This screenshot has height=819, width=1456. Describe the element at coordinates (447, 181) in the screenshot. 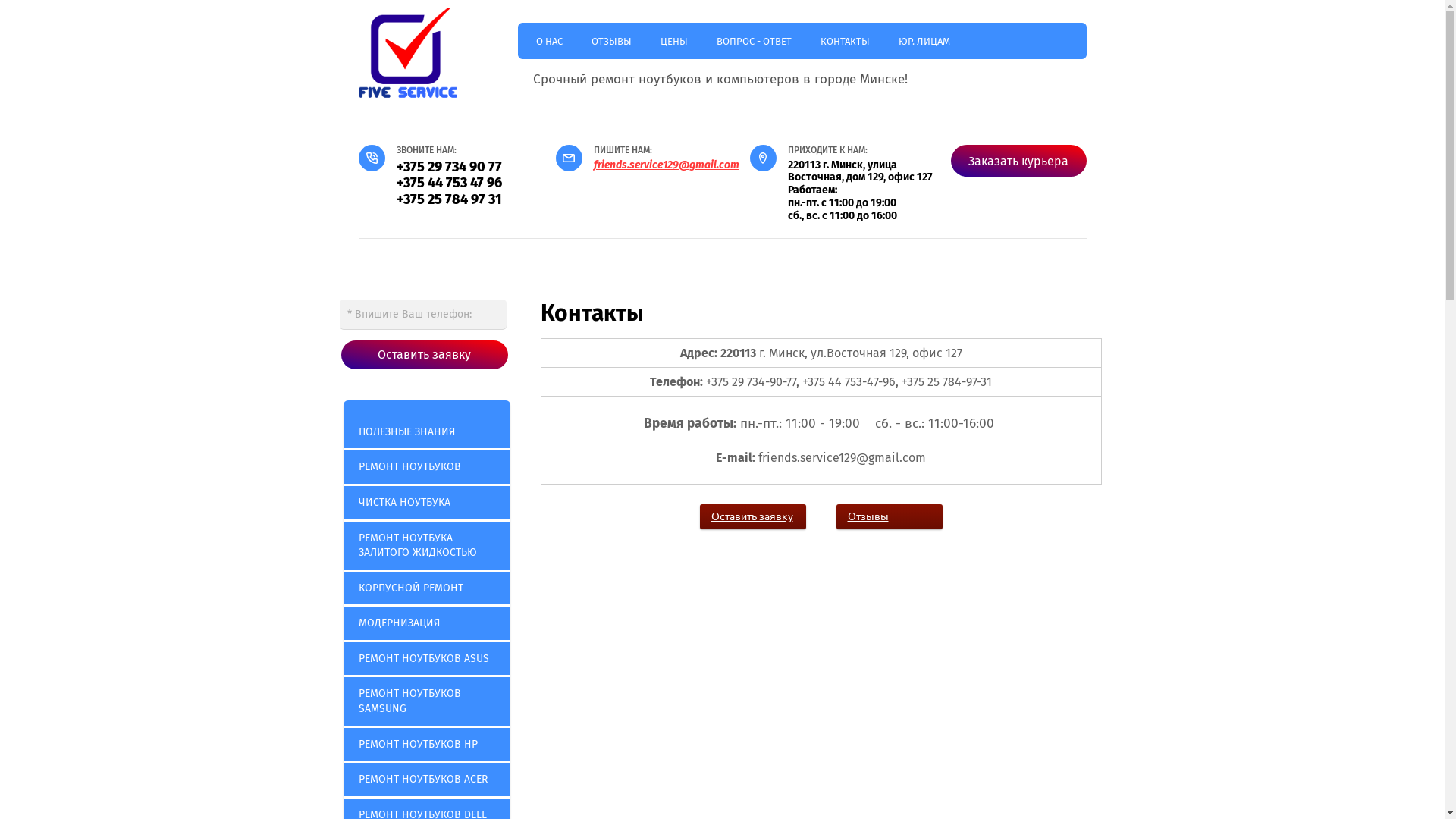

I see `'+375 44 753 47 96'` at that location.